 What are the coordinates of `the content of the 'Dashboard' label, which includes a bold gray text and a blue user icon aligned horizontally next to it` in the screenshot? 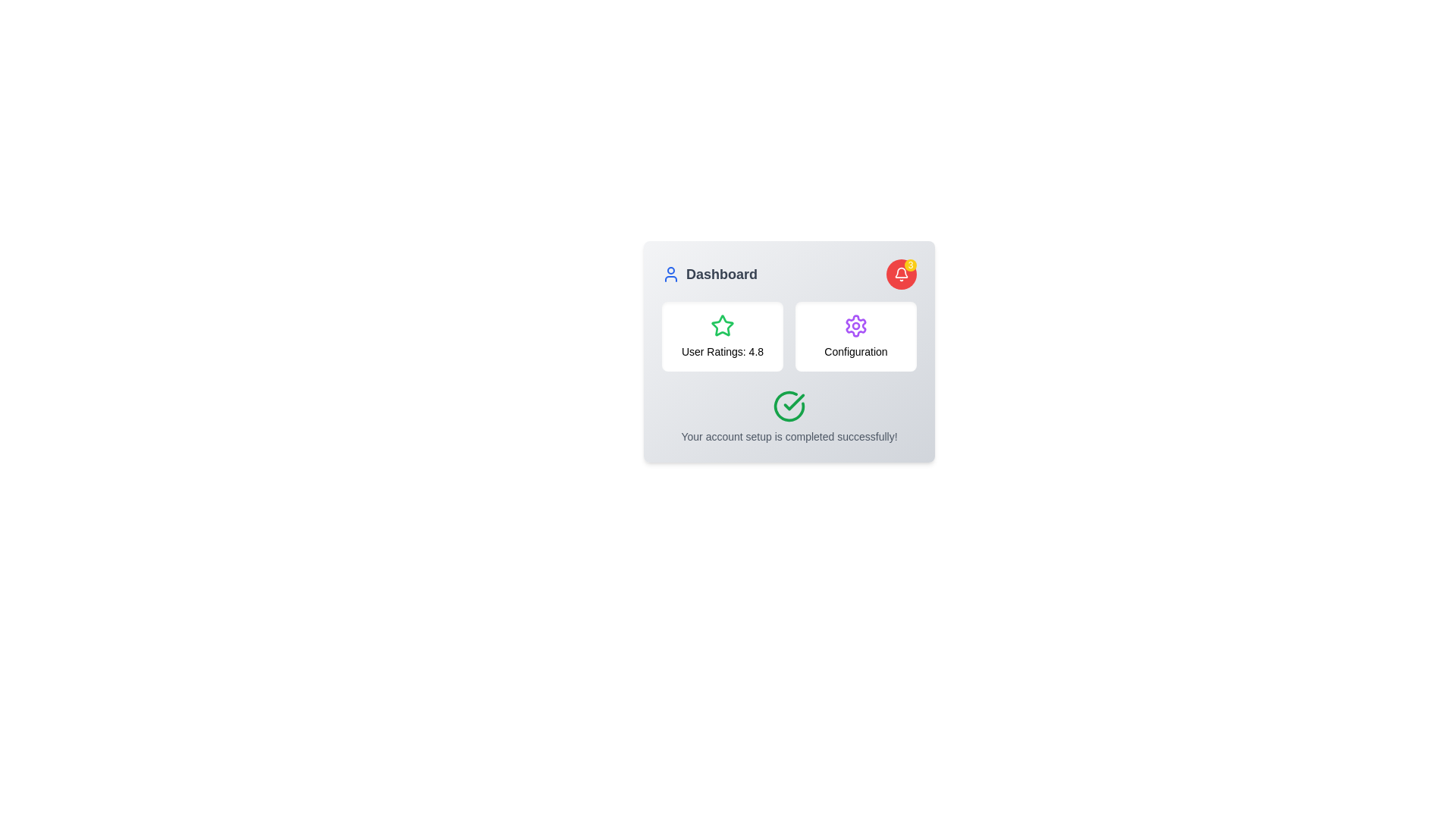 It's located at (709, 275).